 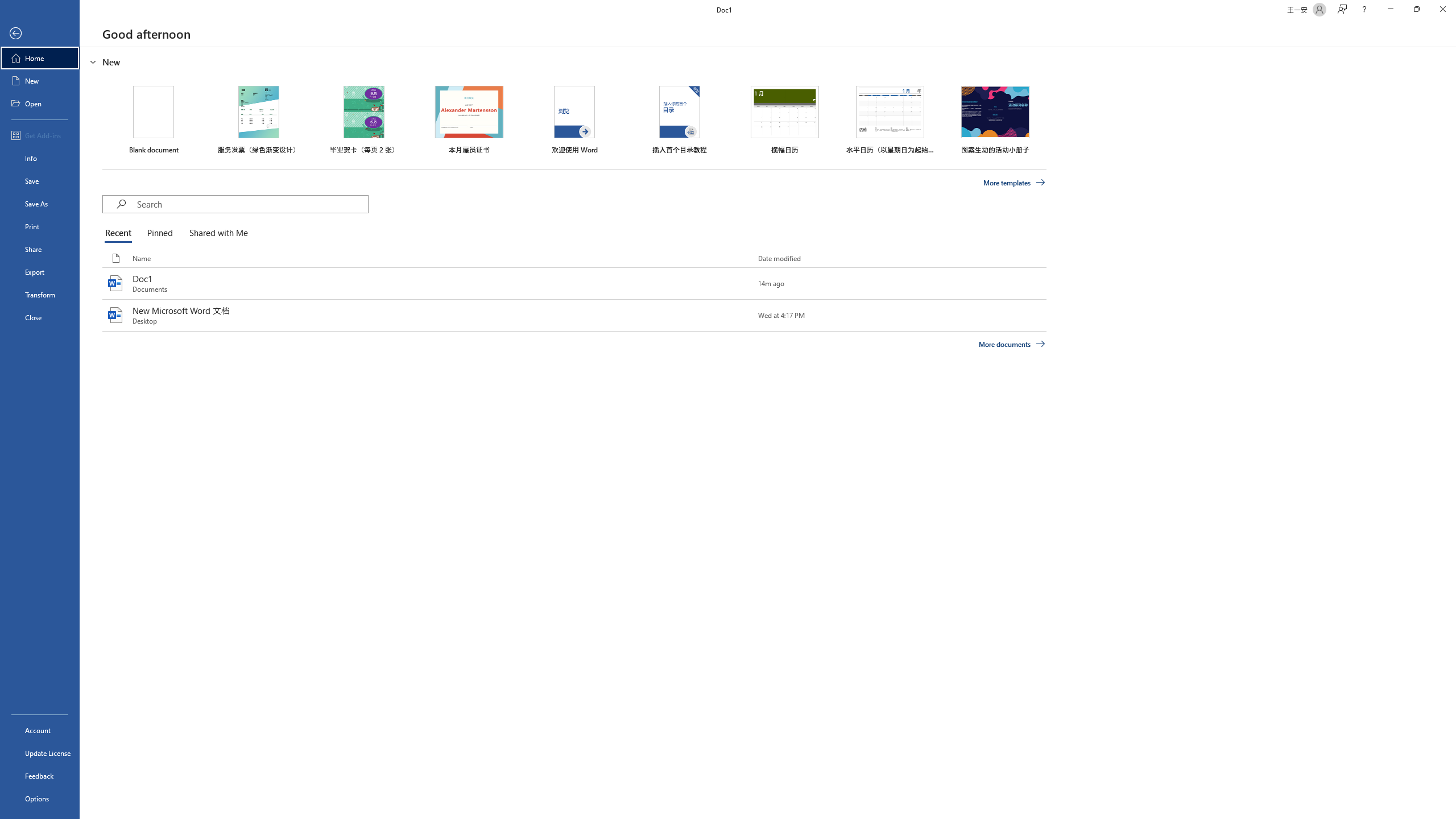 I want to click on 'Hide or show region', so click(x=93, y=61).